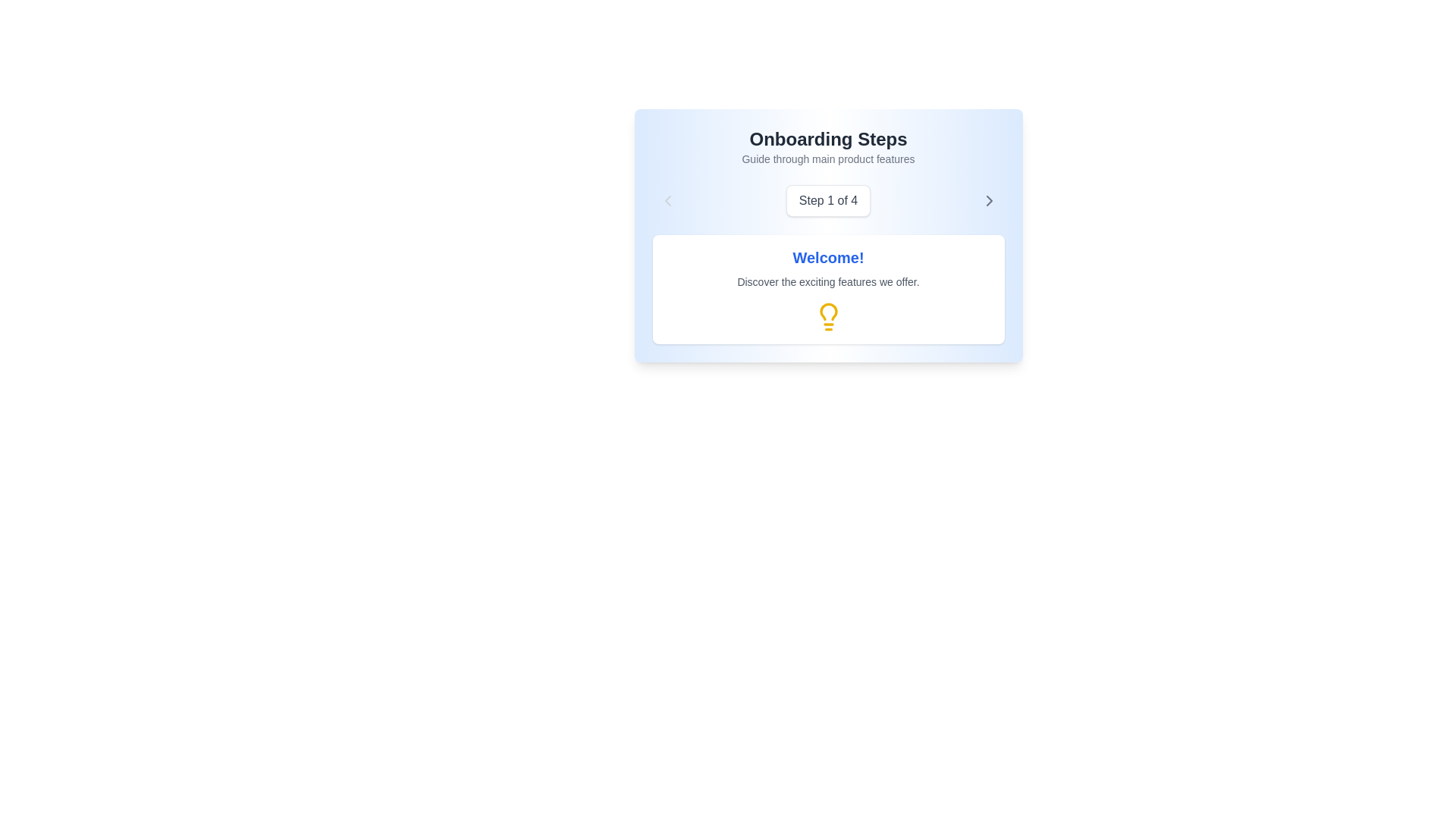 The width and height of the screenshot is (1456, 819). Describe the element at coordinates (827, 200) in the screenshot. I see `the centrally located Text label that displays the current step in a process, providing context to users about their progress` at that location.